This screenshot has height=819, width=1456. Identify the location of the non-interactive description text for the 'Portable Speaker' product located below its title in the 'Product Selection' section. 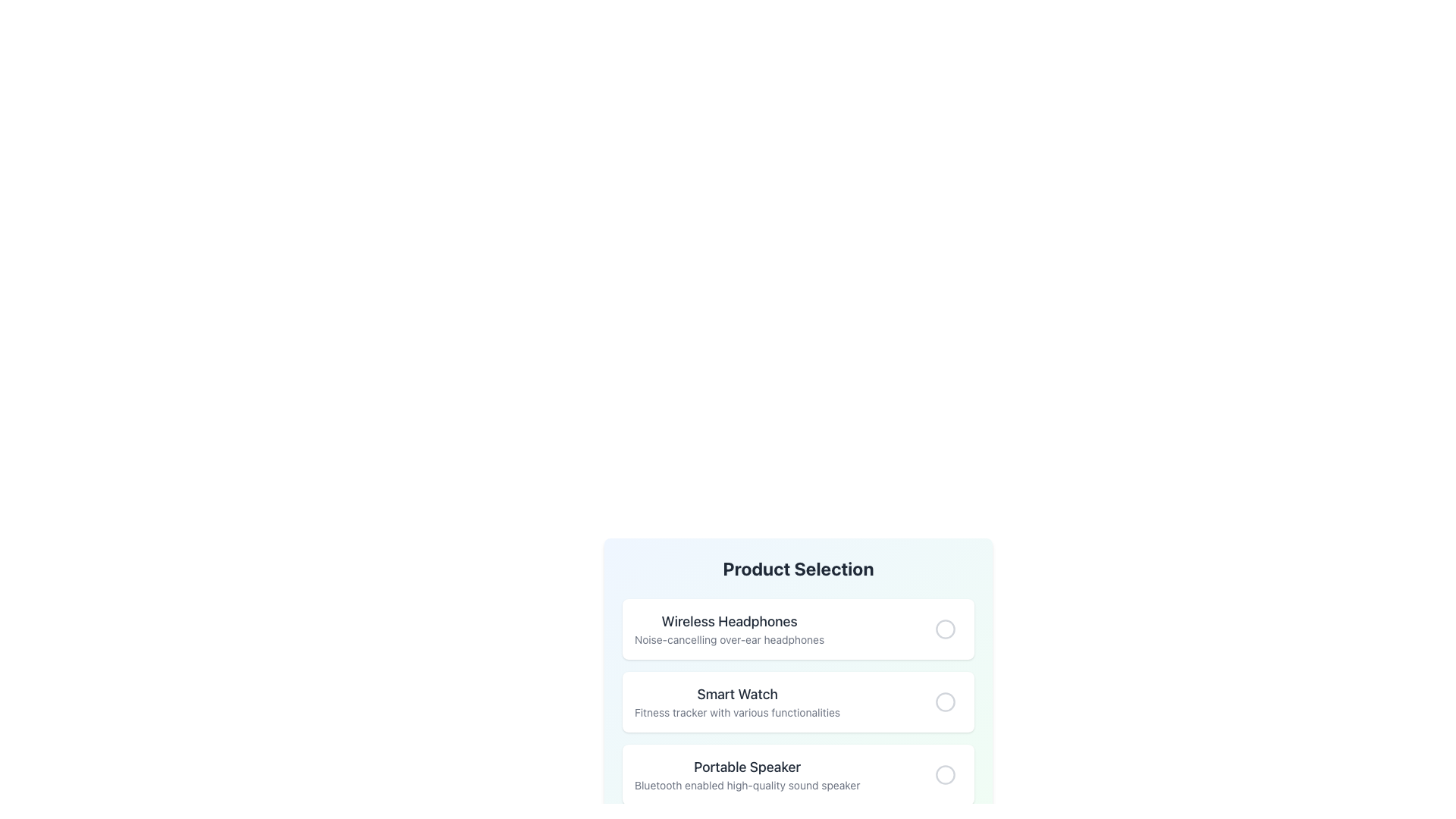
(747, 785).